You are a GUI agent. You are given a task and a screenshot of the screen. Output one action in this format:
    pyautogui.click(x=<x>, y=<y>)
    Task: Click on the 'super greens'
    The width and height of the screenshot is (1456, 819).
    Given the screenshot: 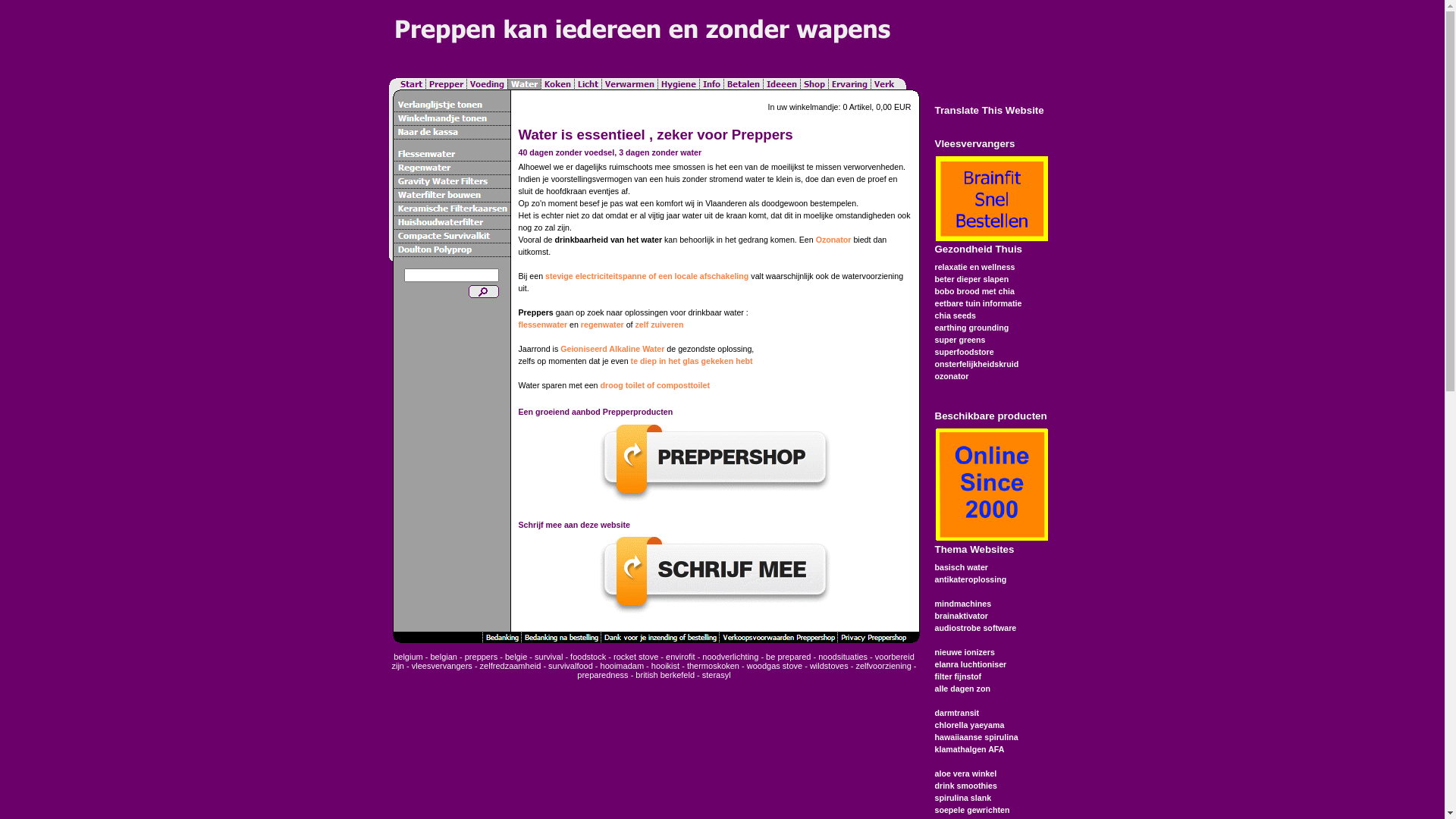 What is the action you would take?
    pyautogui.click(x=959, y=338)
    